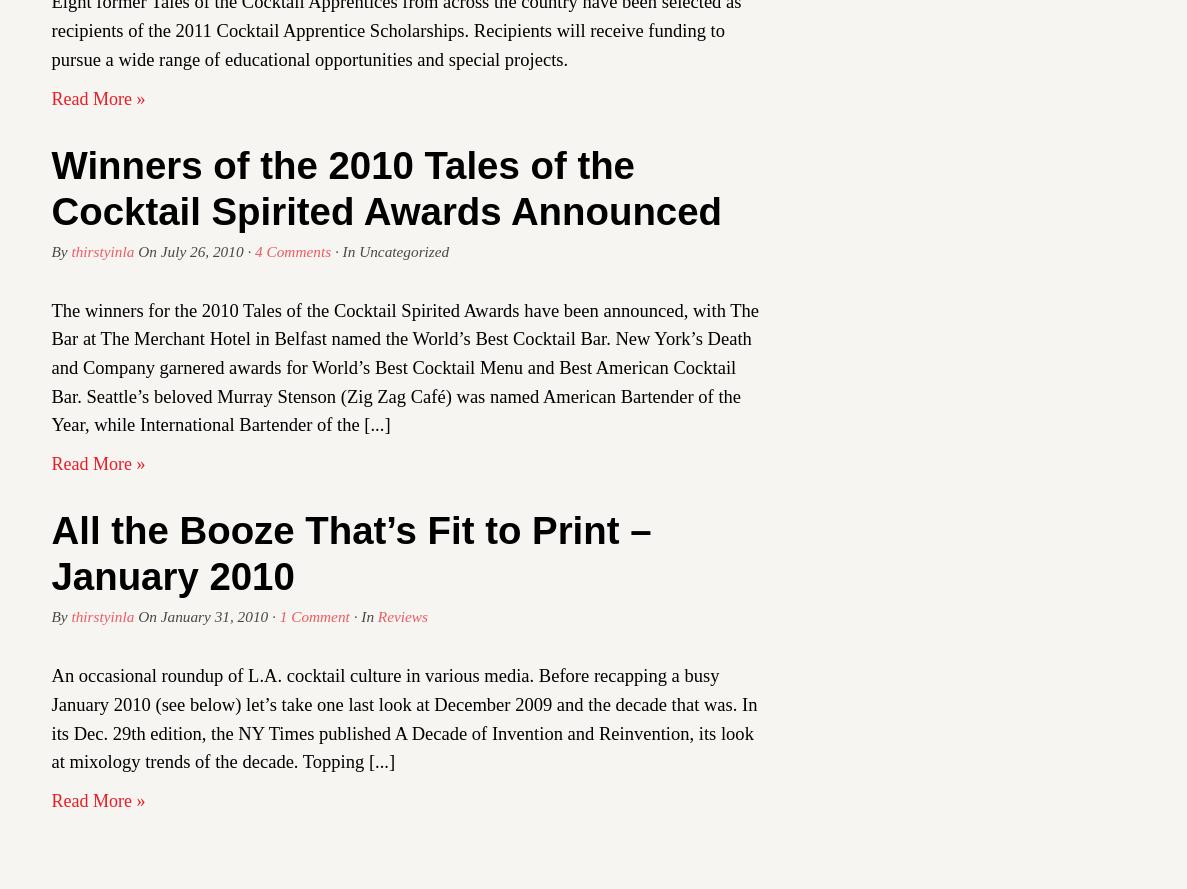 The image size is (1187, 889). What do you see at coordinates (405, 365) in the screenshot?
I see `'The winners for the 2010 Tales of the Cocktail Spirited Awards have been announced, with The Bar at The Merchant Hotel in Belfast named the World’s Best Cocktail Bar. New York’s Death and Company garnered awards for World’s Best Cocktail Menu and Best American Cocktail Bar. Seattle’s beloved Murray Stenson (Zig Zag Café) was named American Bartender of the Year, while International Bartender of the [...]'` at bounding box center [405, 365].